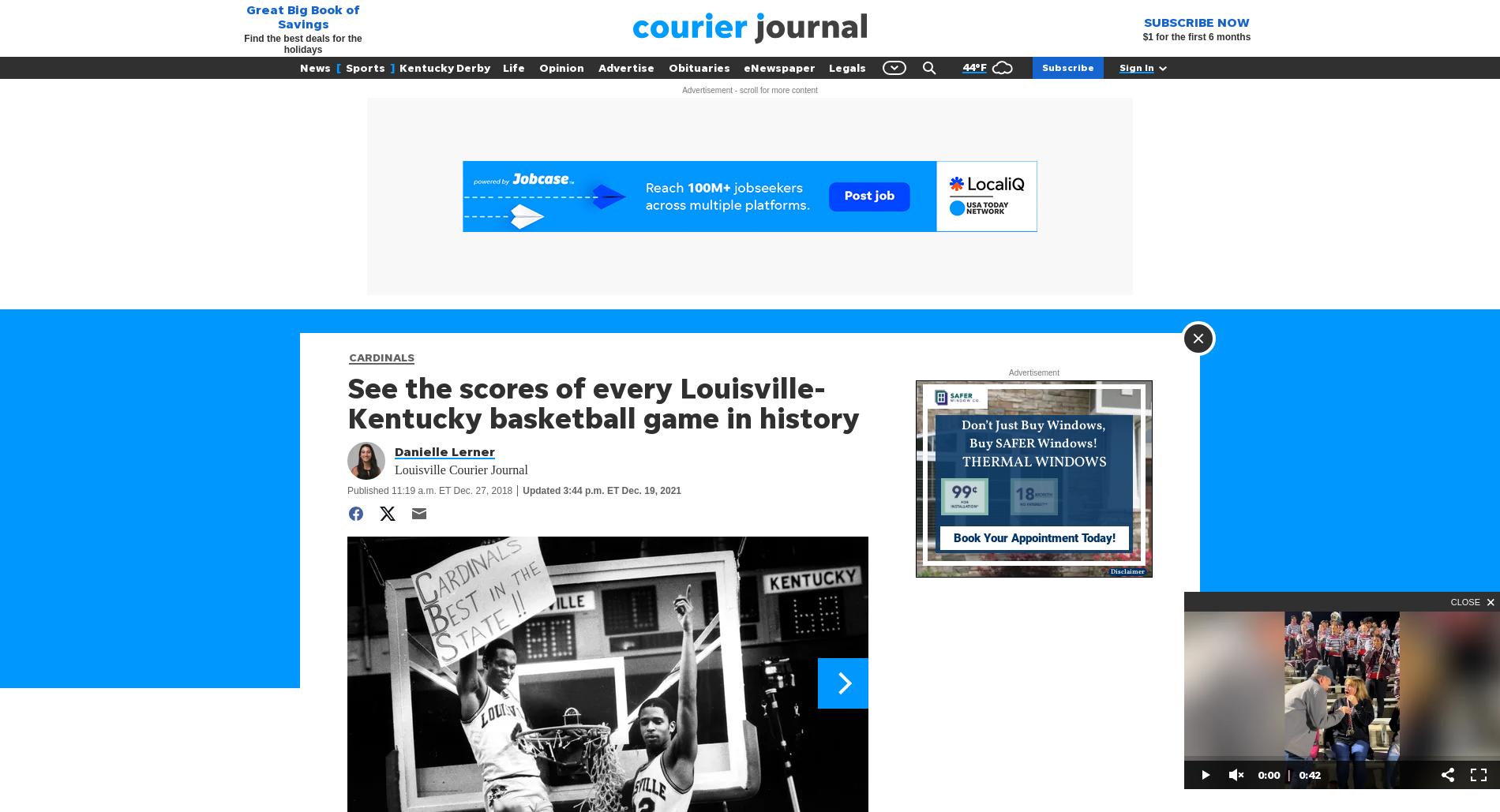  I want to click on 'Sports', so click(364, 66).